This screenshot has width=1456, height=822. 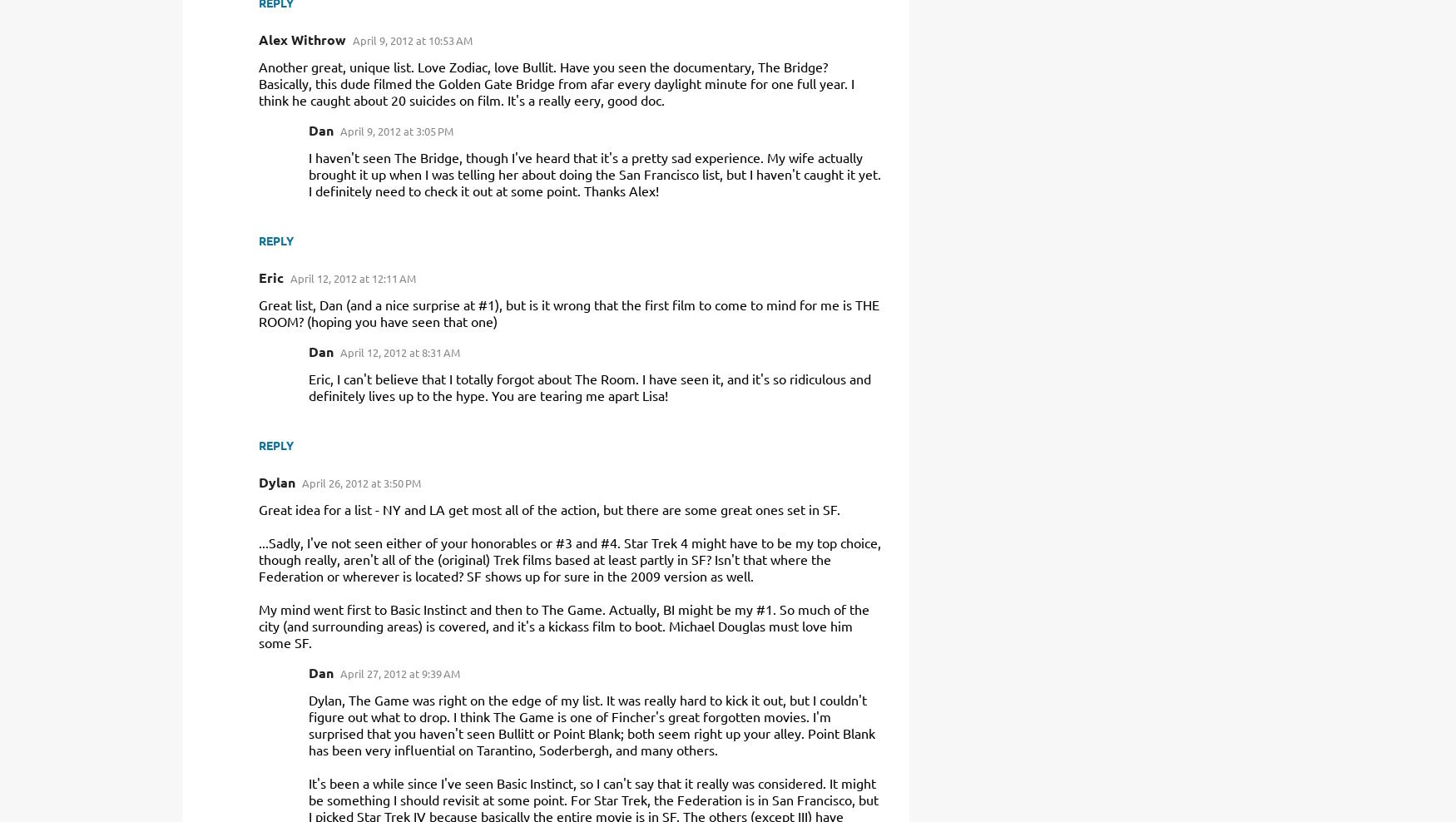 I want to click on 'My mind went first to Basic Instinct and then to The Game.  Actually, BI might be my #1.  So much of the city (and surrounding areas) is covered, and it's a kickass film to boot.  Michael Douglas must love him some SF.', so click(x=562, y=624).